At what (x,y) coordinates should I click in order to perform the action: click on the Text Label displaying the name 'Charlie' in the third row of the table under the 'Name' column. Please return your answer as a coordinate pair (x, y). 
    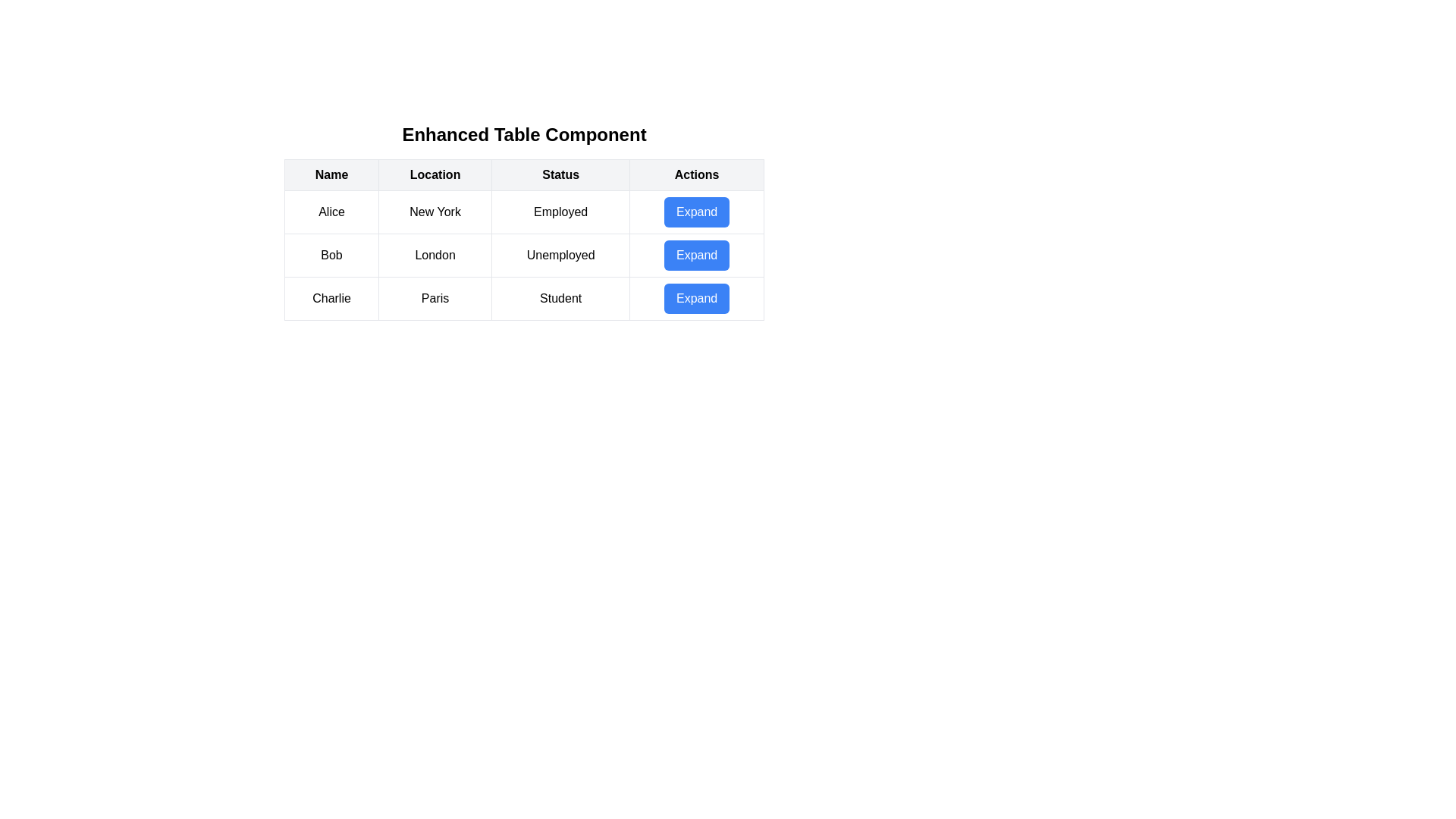
    Looking at the image, I should click on (331, 298).